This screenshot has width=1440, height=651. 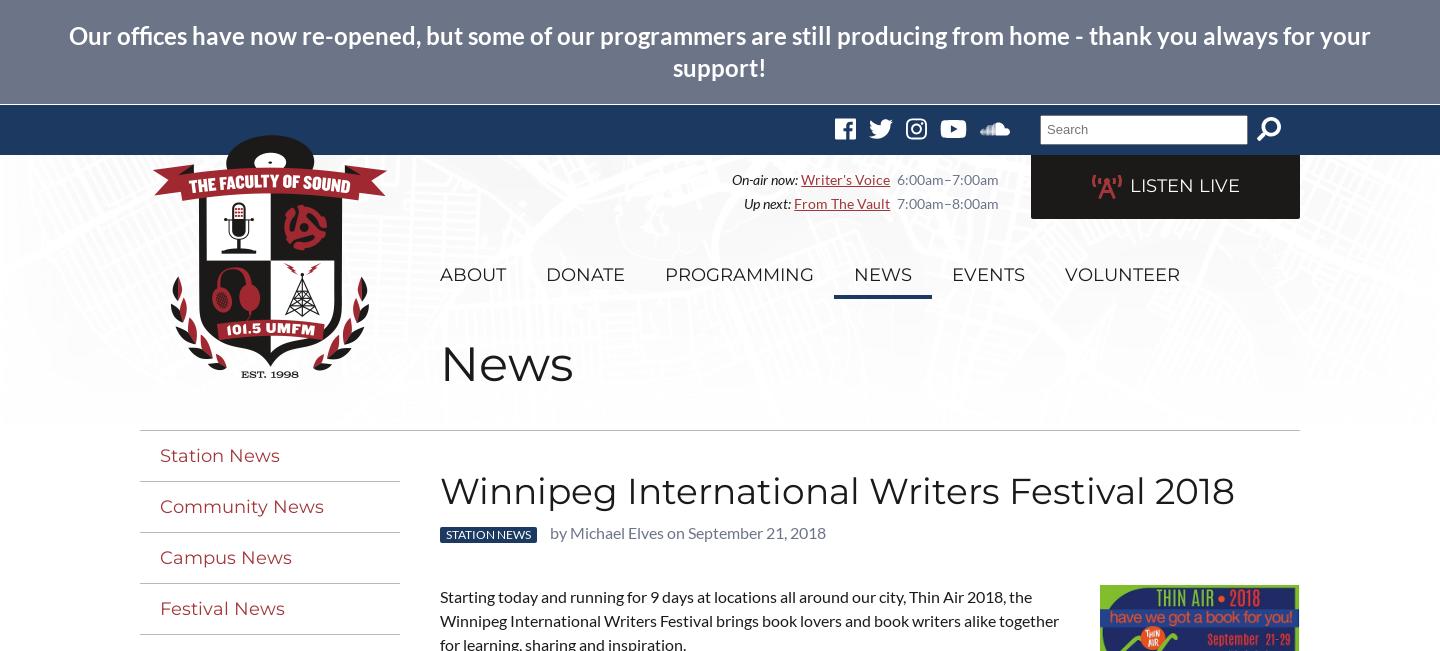 What do you see at coordinates (813, 595) in the screenshot?
I see `'days at loca­tions all around our city, Thin Air'` at bounding box center [813, 595].